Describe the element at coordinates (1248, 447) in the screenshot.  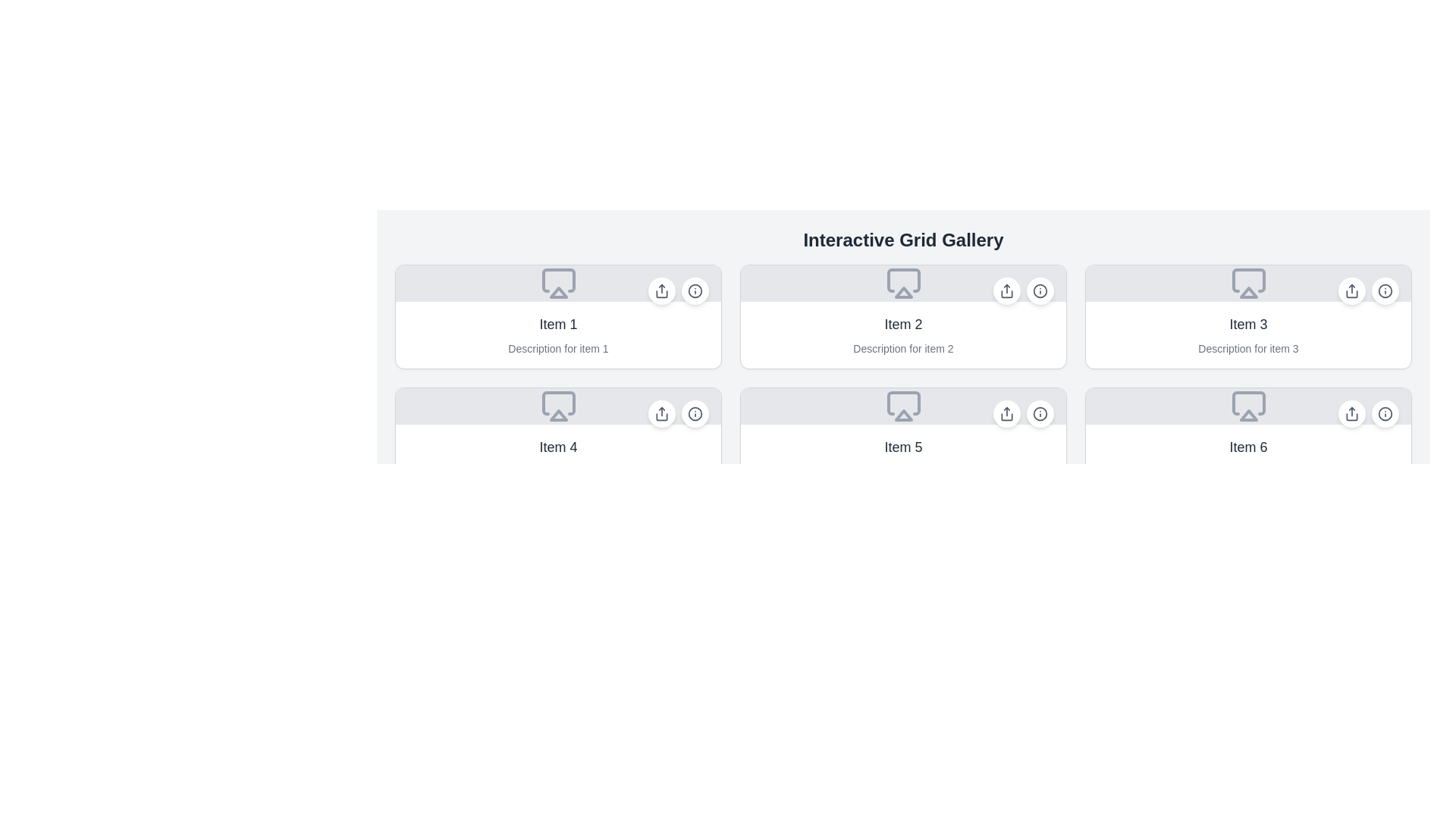
I see `text label that displays 'Item 6', which is styled with a medium font size and gray color, located in the bottom-right card of a 2-row, 3-column grid layout` at that location.